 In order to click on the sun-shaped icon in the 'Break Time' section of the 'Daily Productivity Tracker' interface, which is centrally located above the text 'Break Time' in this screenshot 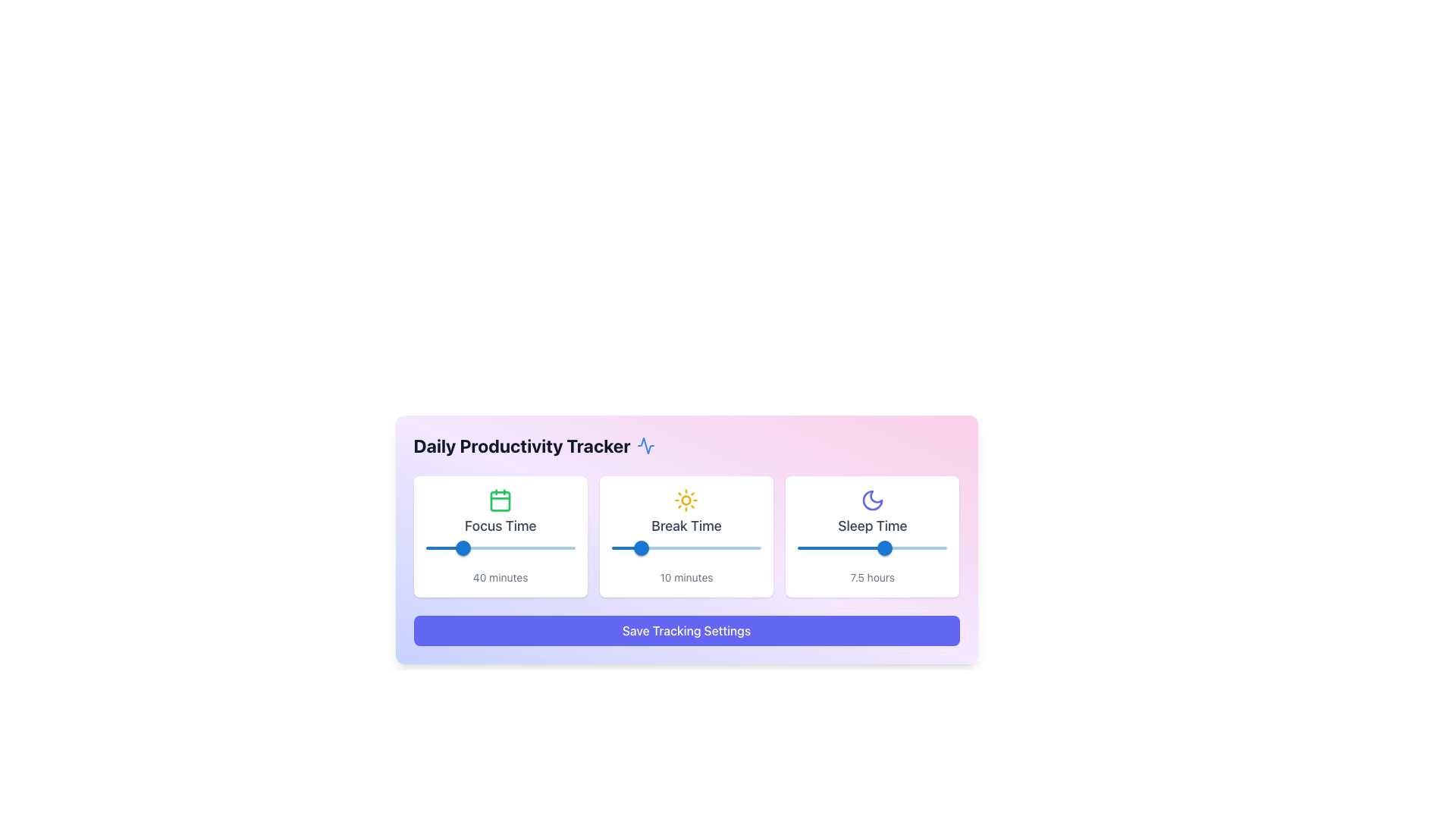, I will do `click(686, 500)`.